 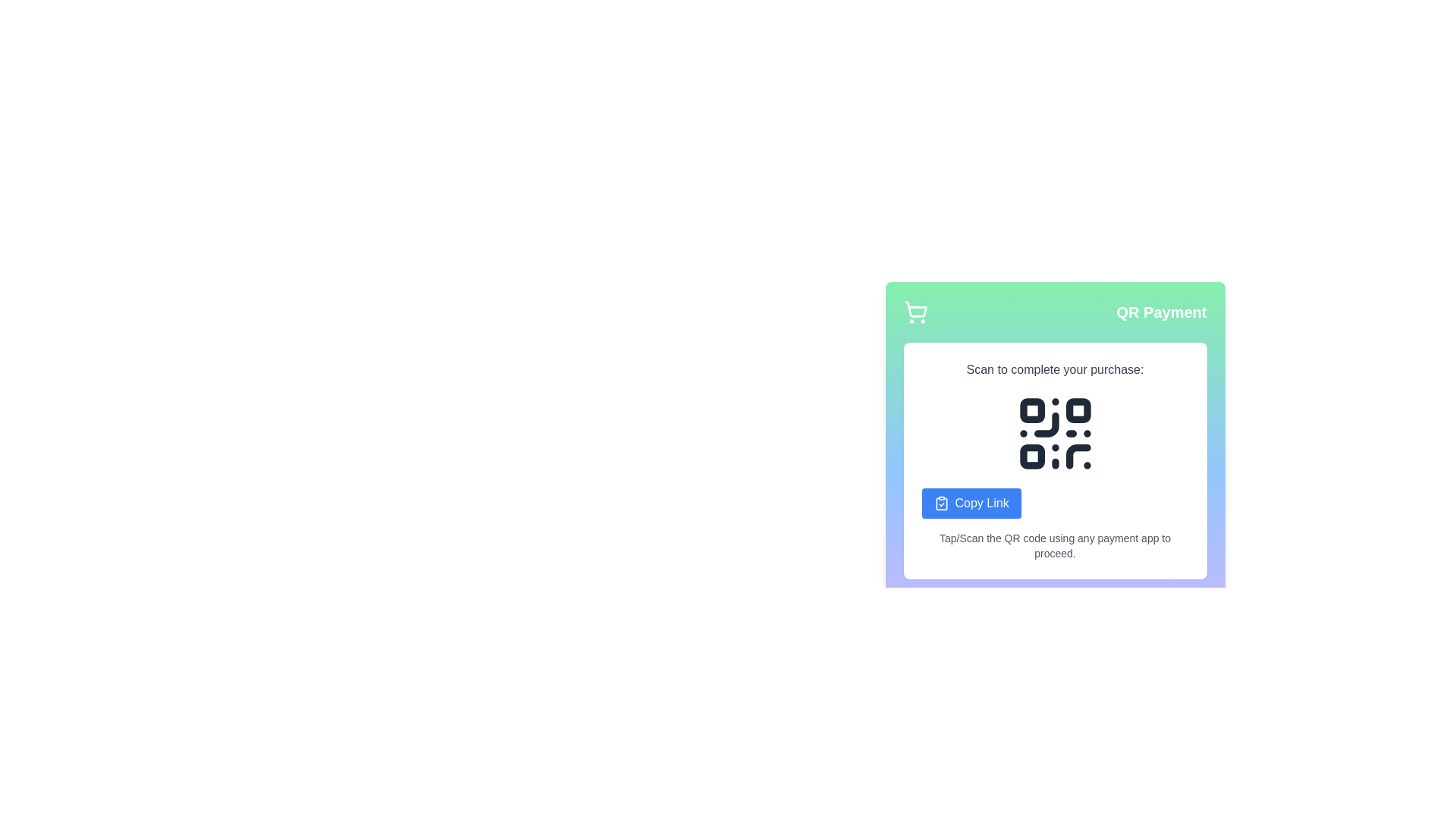 What do you see at coordinates (1031, 410) in the screenshot?
I see `decorative component (top-left square) of the QR code within the payment interface using developer tools` at bounding box center [1031, 410].